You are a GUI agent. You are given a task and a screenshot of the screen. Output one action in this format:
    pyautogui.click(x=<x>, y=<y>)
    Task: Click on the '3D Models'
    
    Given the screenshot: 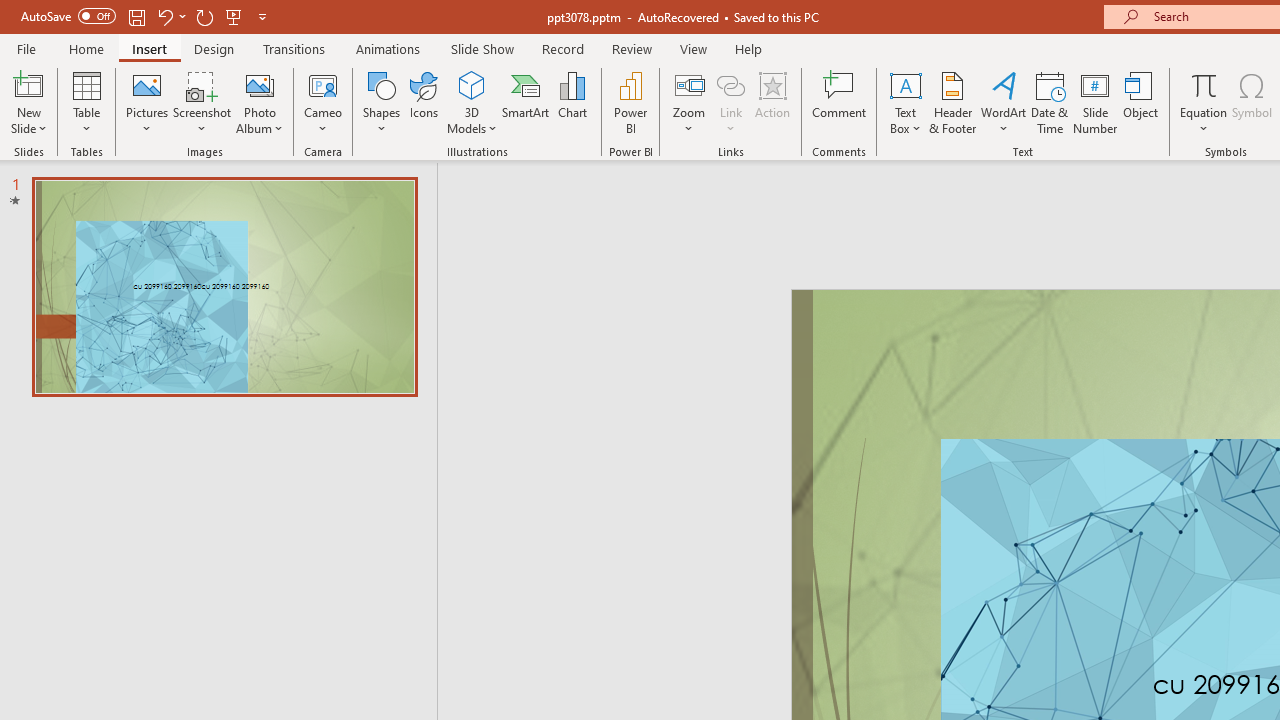 What is the action you would take?
    pyautogui.click(x=471, y=103)
    